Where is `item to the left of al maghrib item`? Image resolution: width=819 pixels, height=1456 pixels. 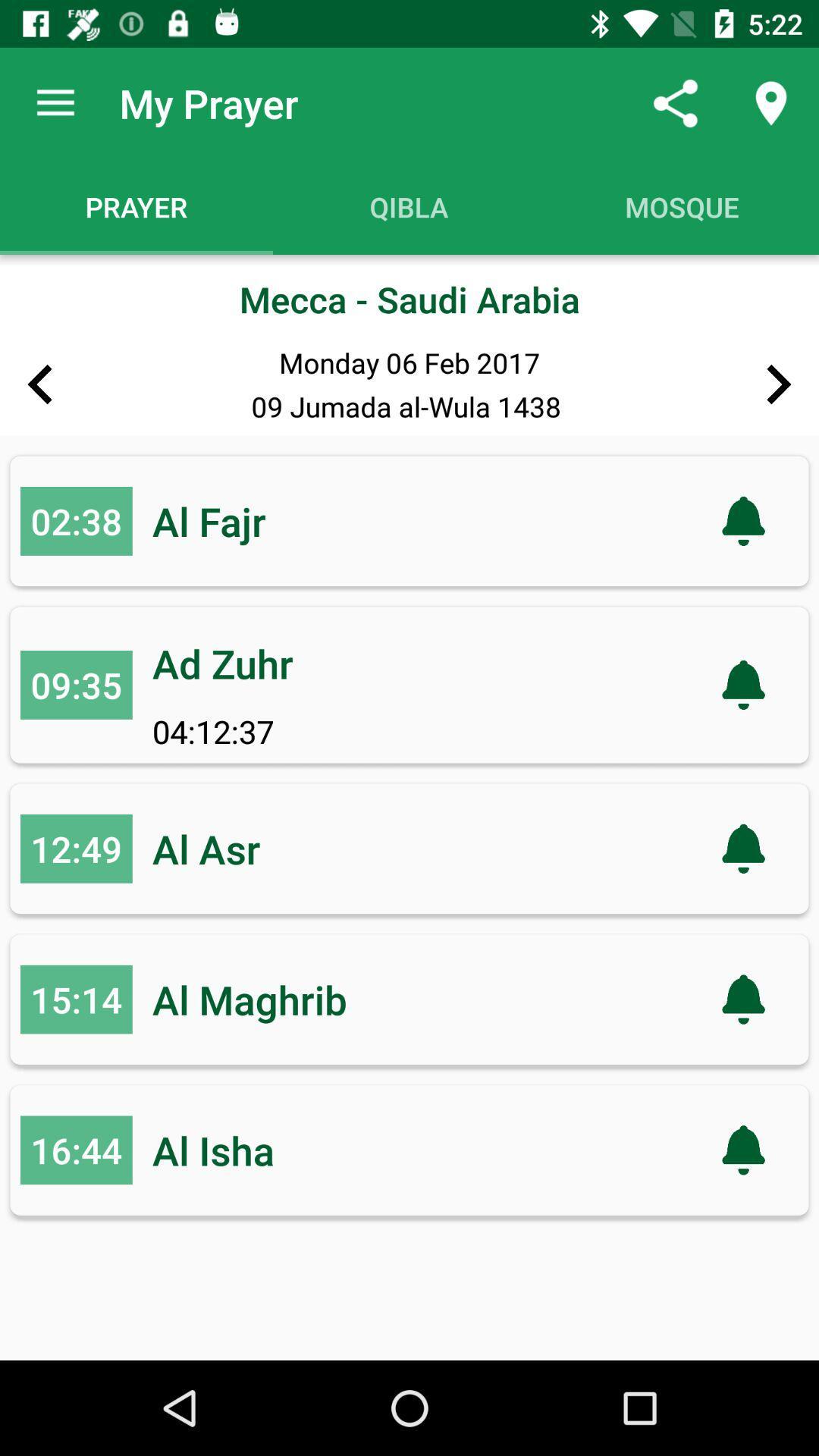
item to the left of al maghrib item is located at coordinates (76, 999).